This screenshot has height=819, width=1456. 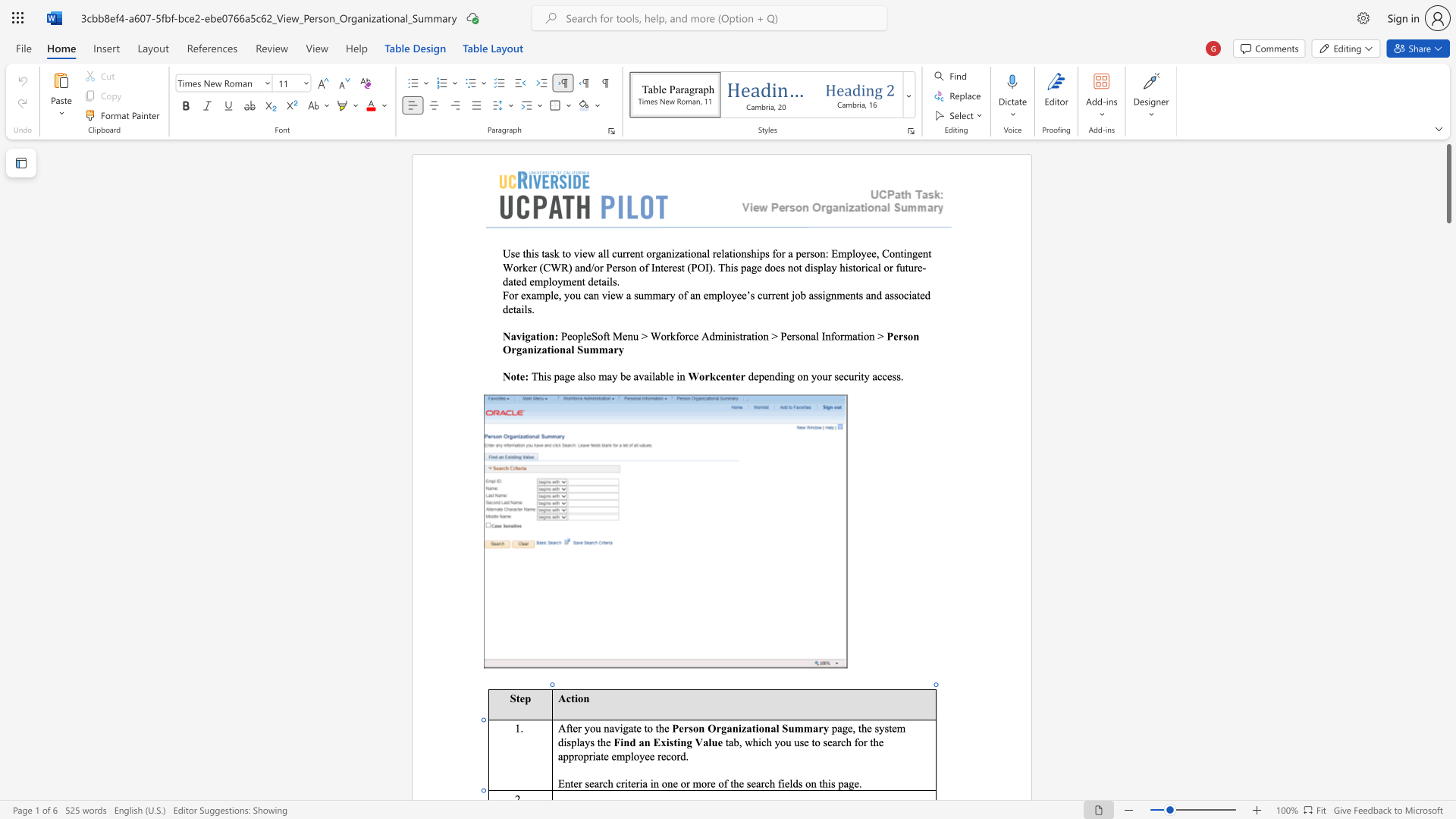 I want to click on the 1th character "." in the text, so click(x=860, y=783).